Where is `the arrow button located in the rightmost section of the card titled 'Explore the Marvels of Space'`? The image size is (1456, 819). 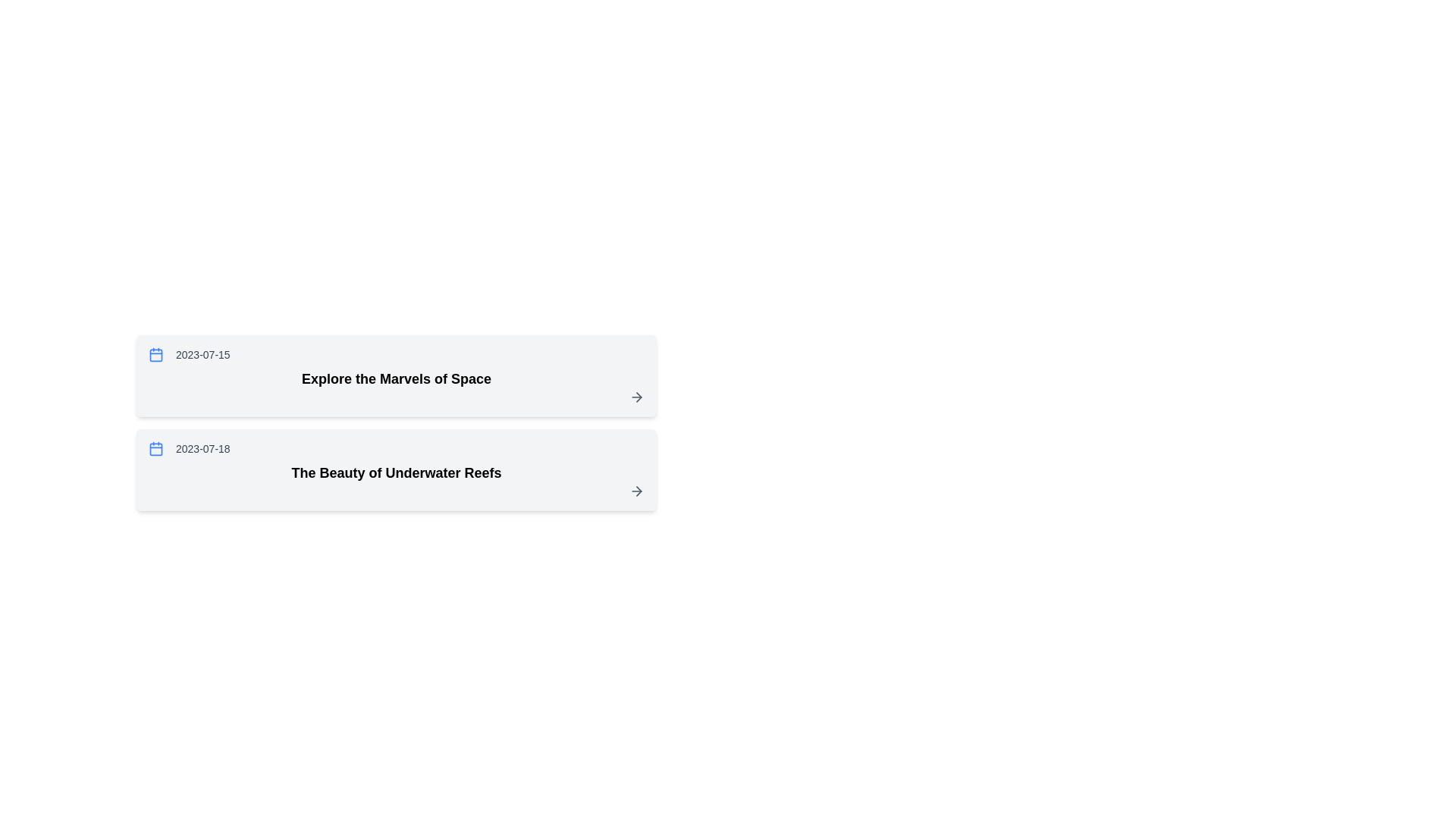
the arrow button located in the rightmost section of the card titled 'Explore the Marvels of Space' is located at coordinates (637, 397).